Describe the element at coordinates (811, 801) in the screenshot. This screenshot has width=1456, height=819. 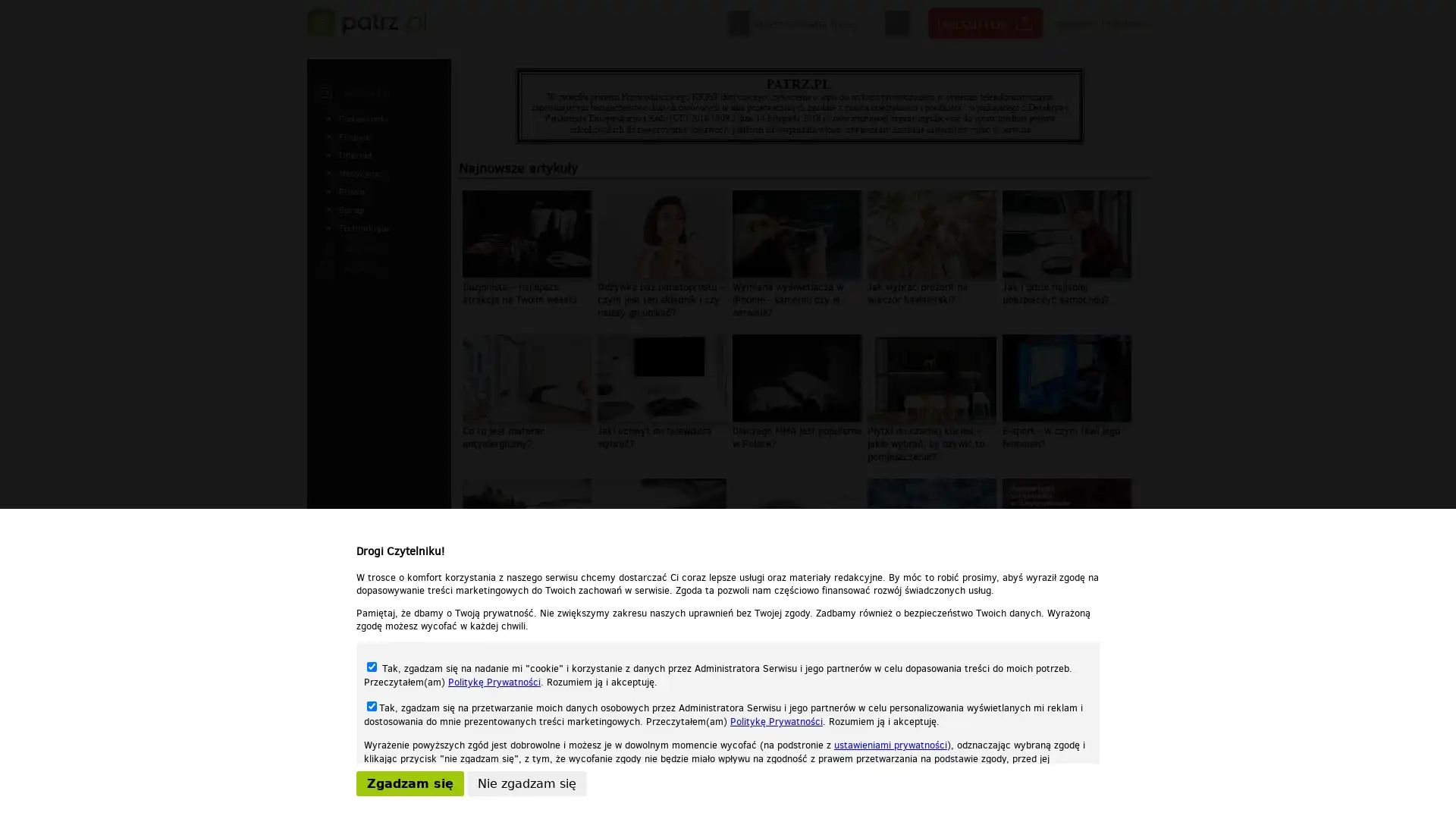
I see `Ok, rozumiem` at that location.